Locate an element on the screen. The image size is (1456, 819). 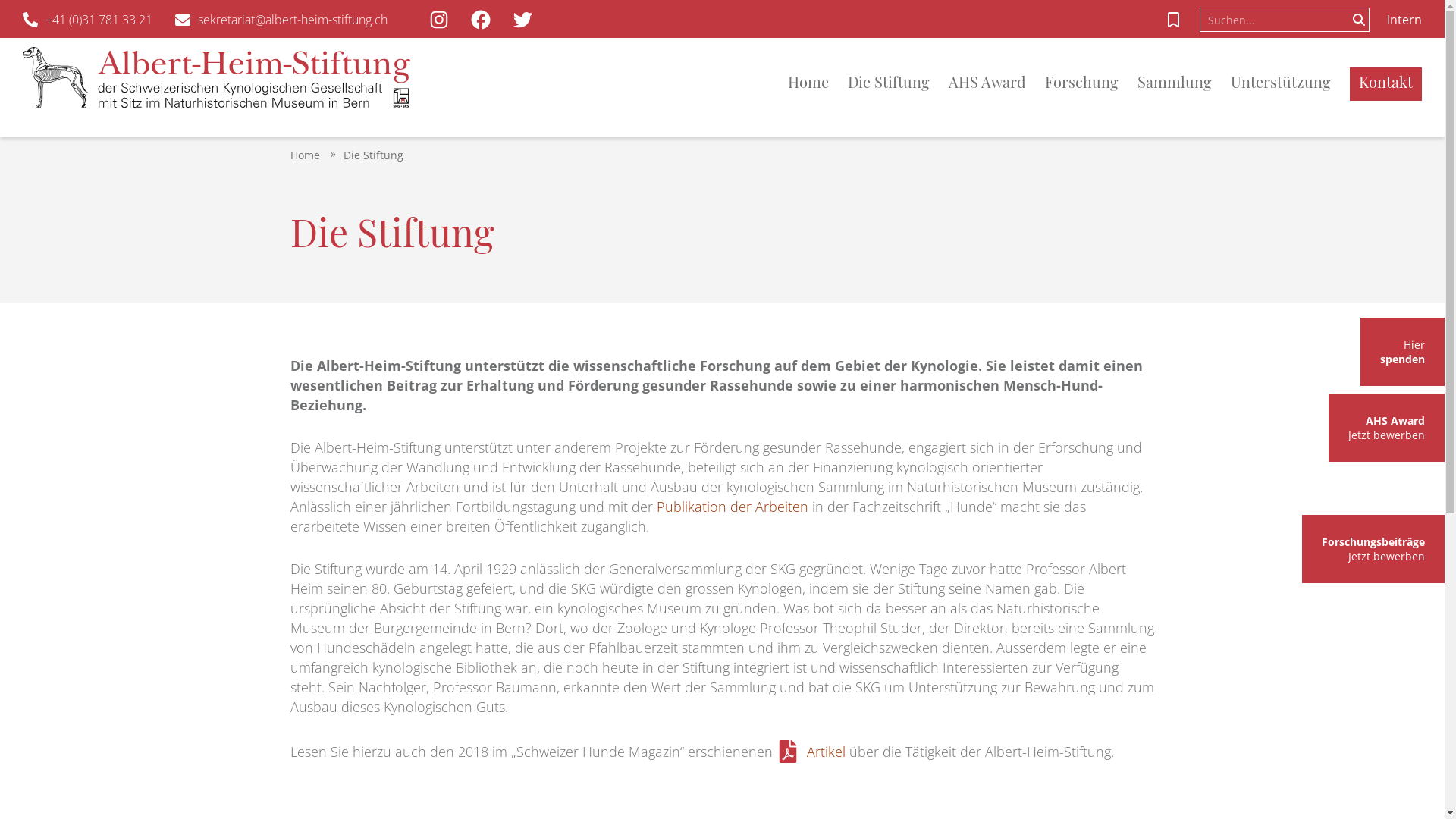
'Sammlung' is located at coordinates (1137, 83).